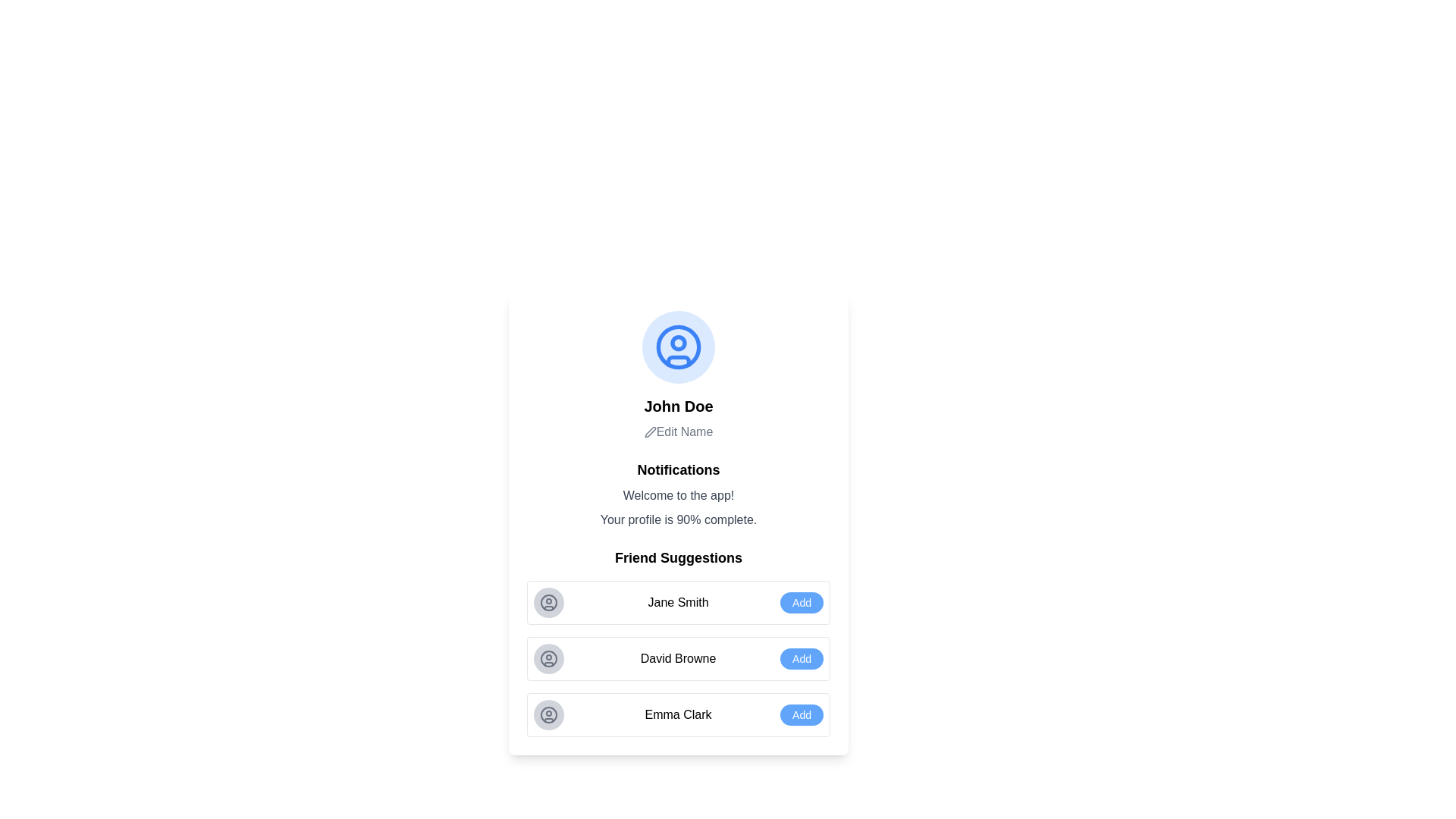 This screenshot has width=1456, height=819. I want to click on the largest circular component of the user avatar icon associated with 'Emma Clark' in the 'Friend Suggestions' list, so click(548, 714).